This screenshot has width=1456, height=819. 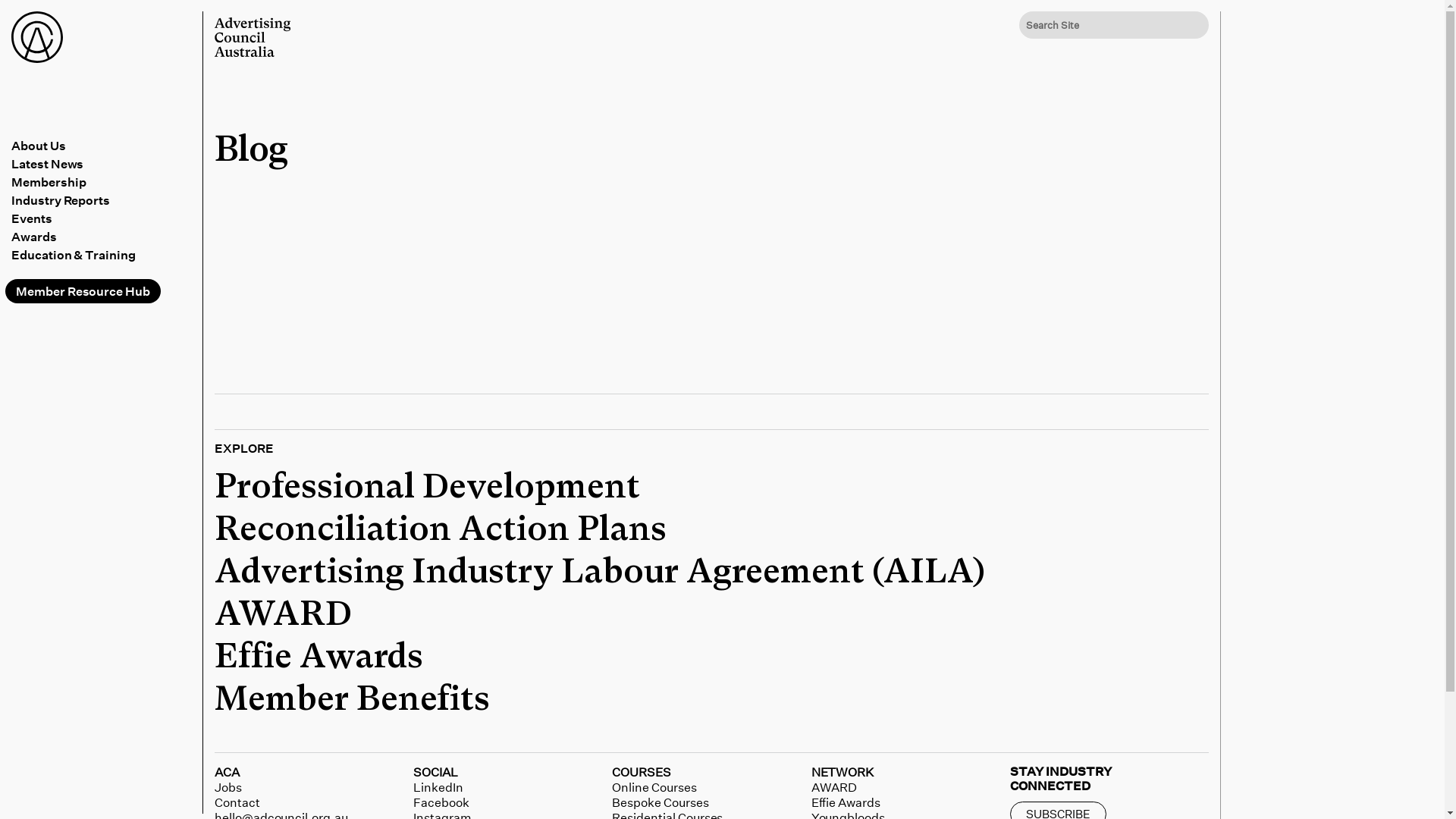 What do you see at coordinates (214, 614) in the screenshot?
I see `'AWARD'` at bounding box center [214, 614].